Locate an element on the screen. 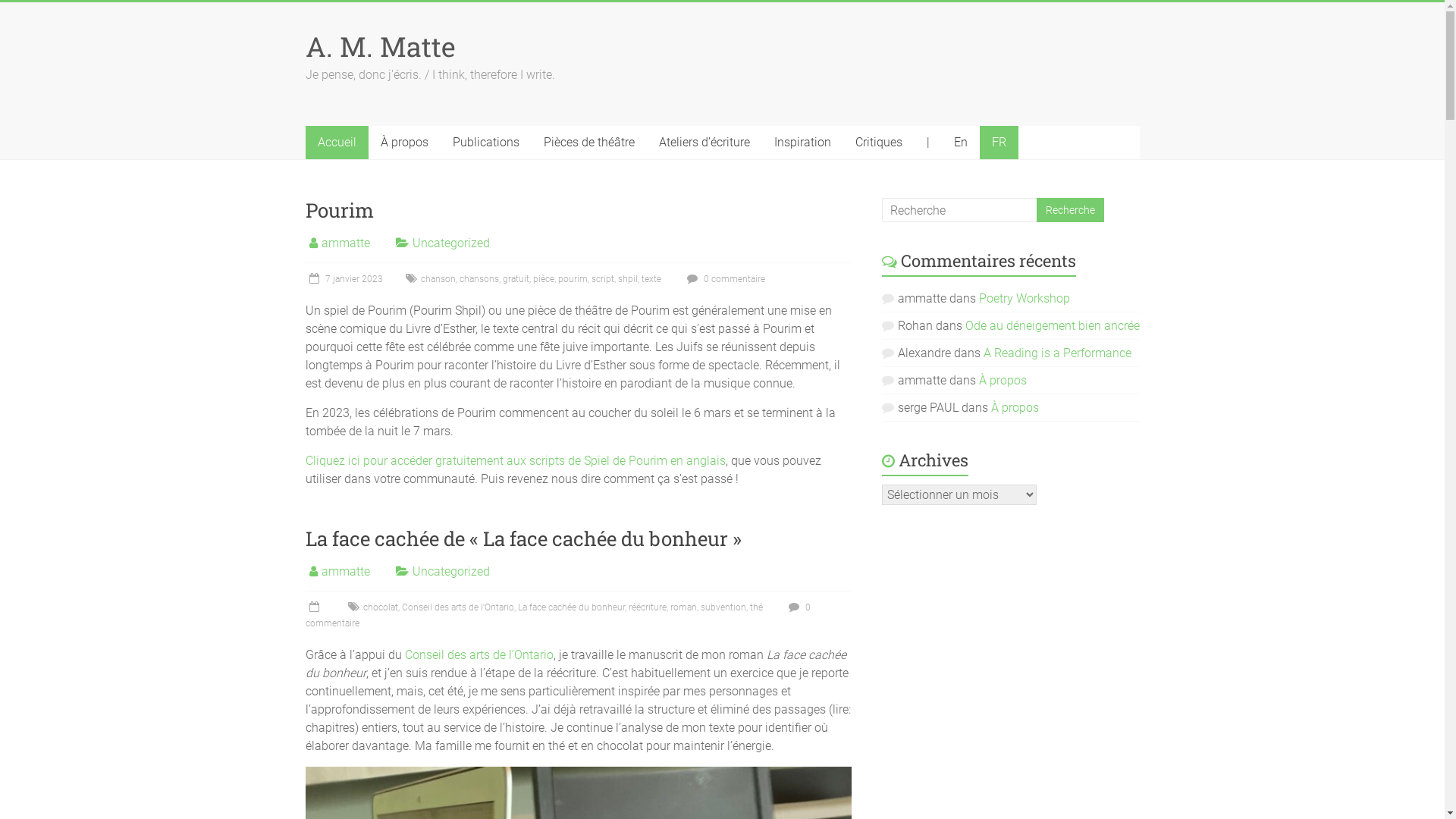  '|' is located at coordinates (927, 143).